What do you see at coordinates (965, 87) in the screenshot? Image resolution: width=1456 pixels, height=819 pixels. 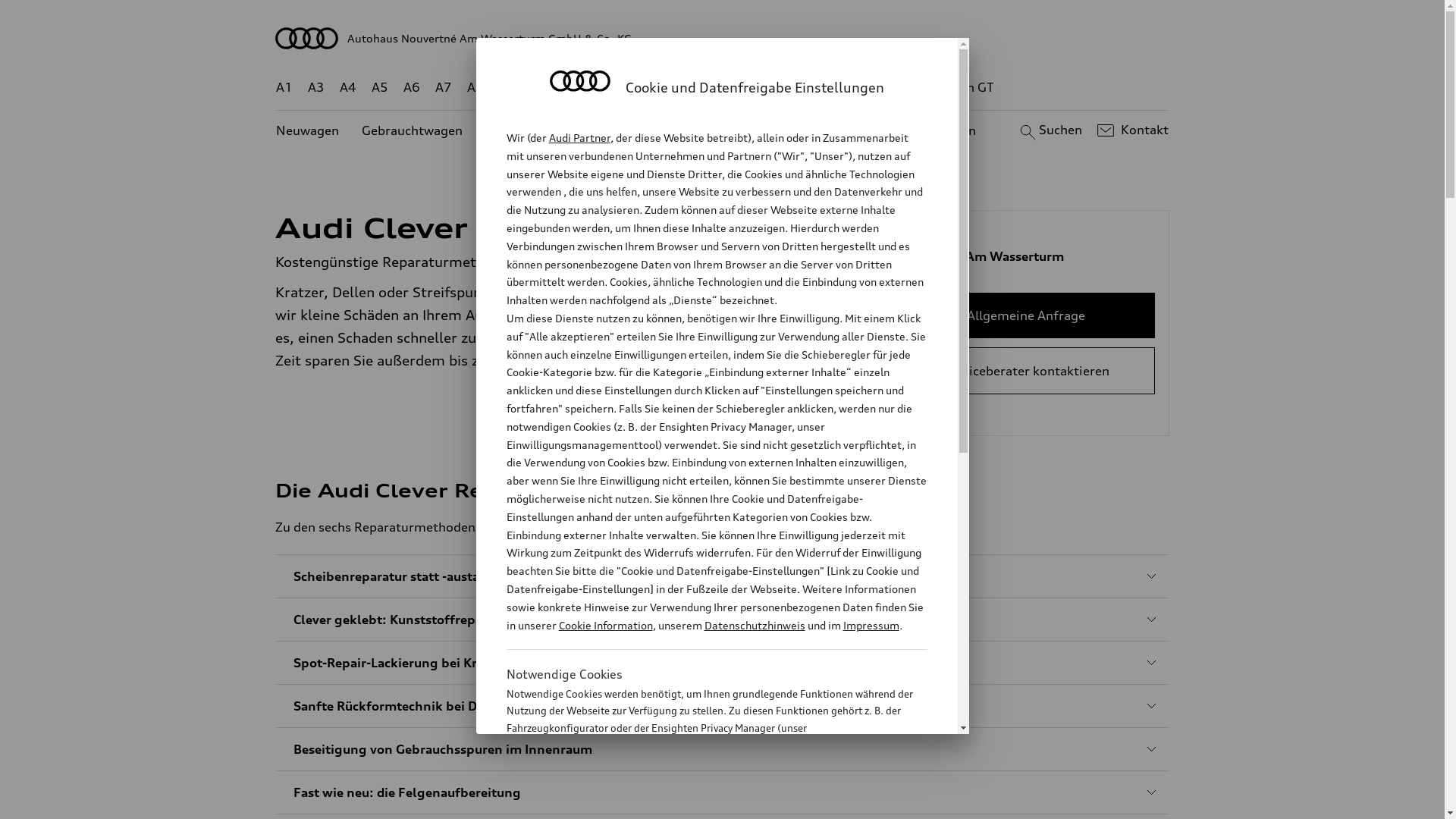 I see `'e-tron GT'` at bounding box center [965, 87].